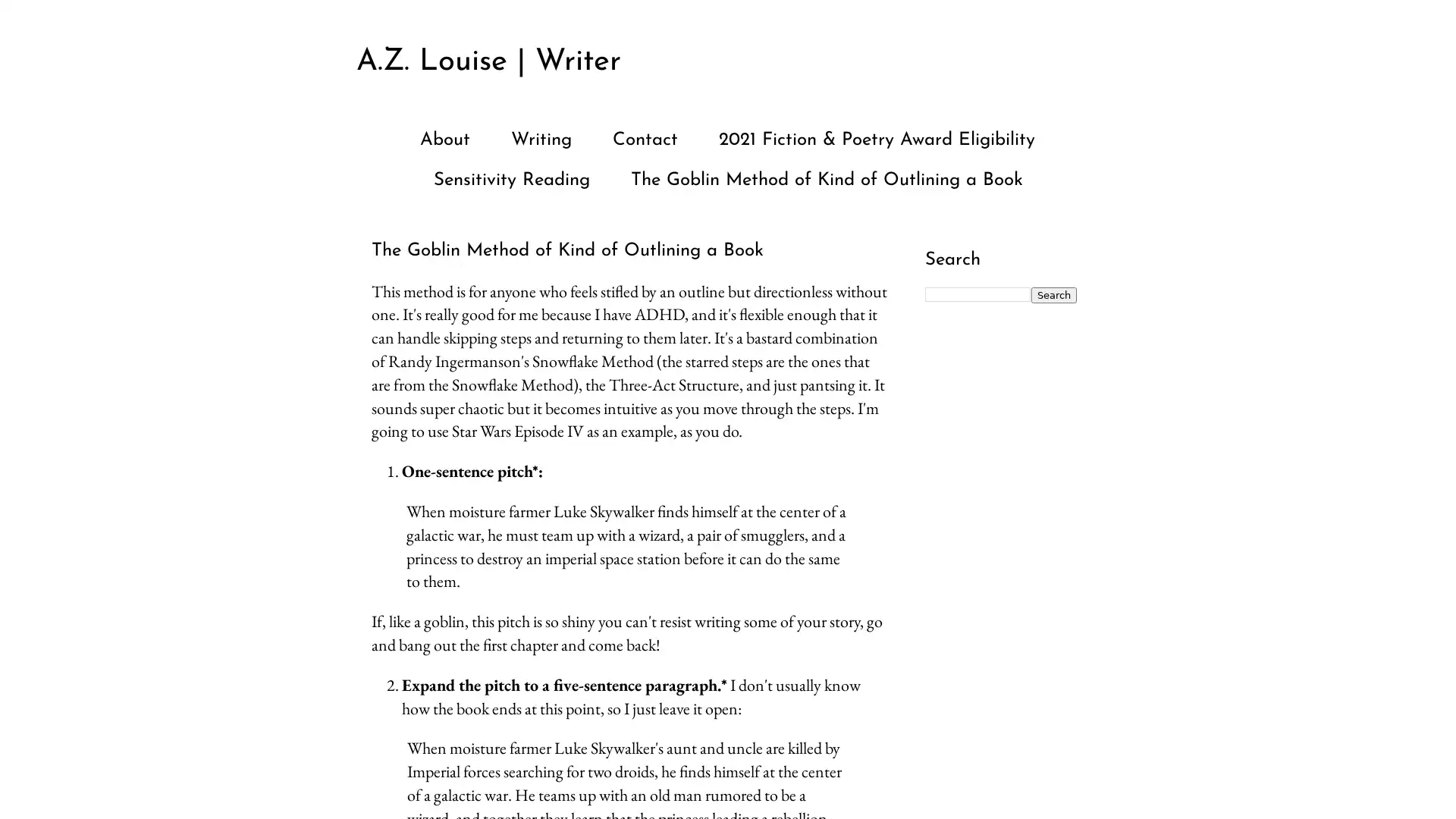 The image size is (1456, 819). I want to click on Search, so click(1053, 294).